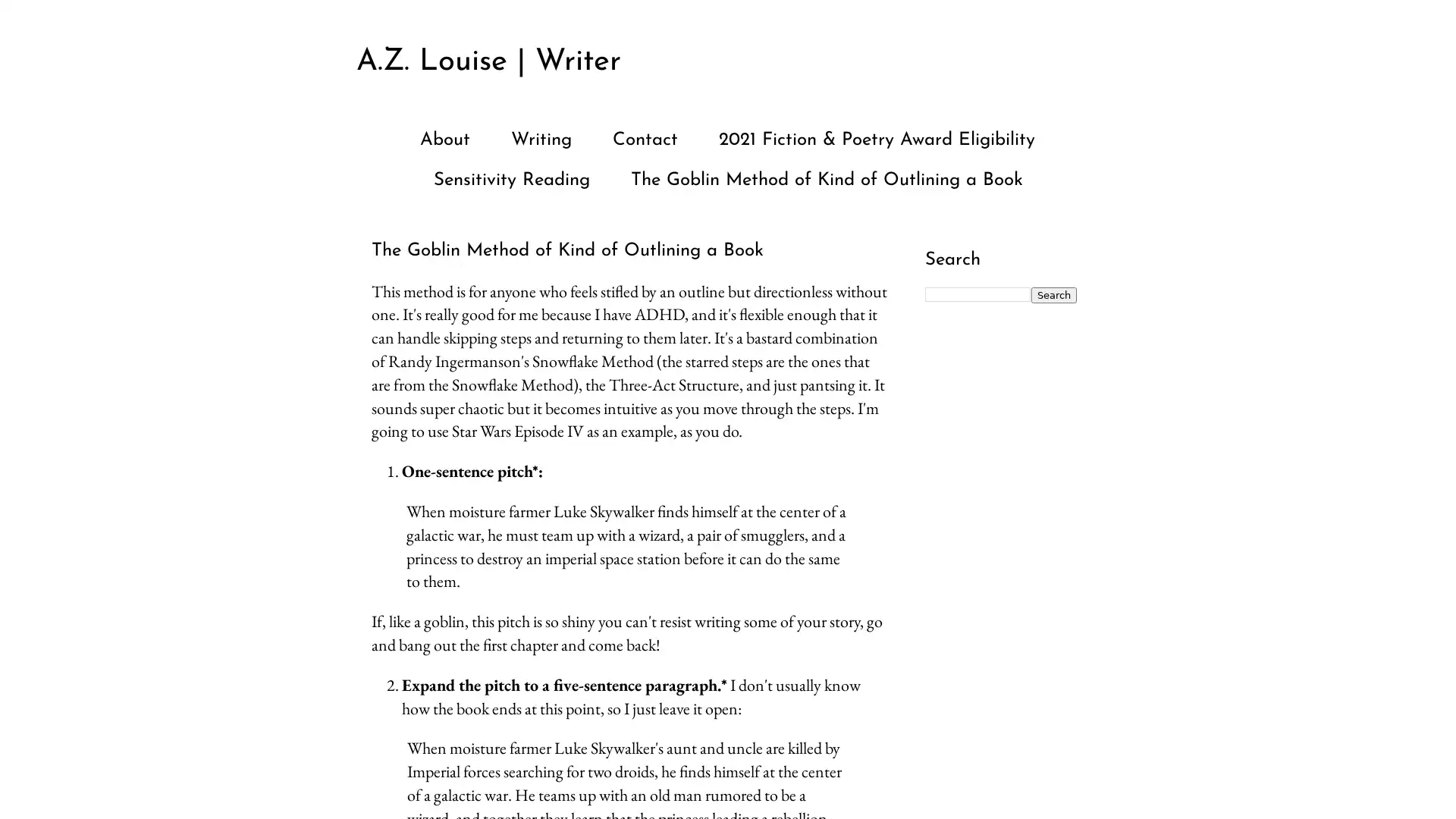 The image size is (1456, 819). I want to click on Search, so click(1053, 294).